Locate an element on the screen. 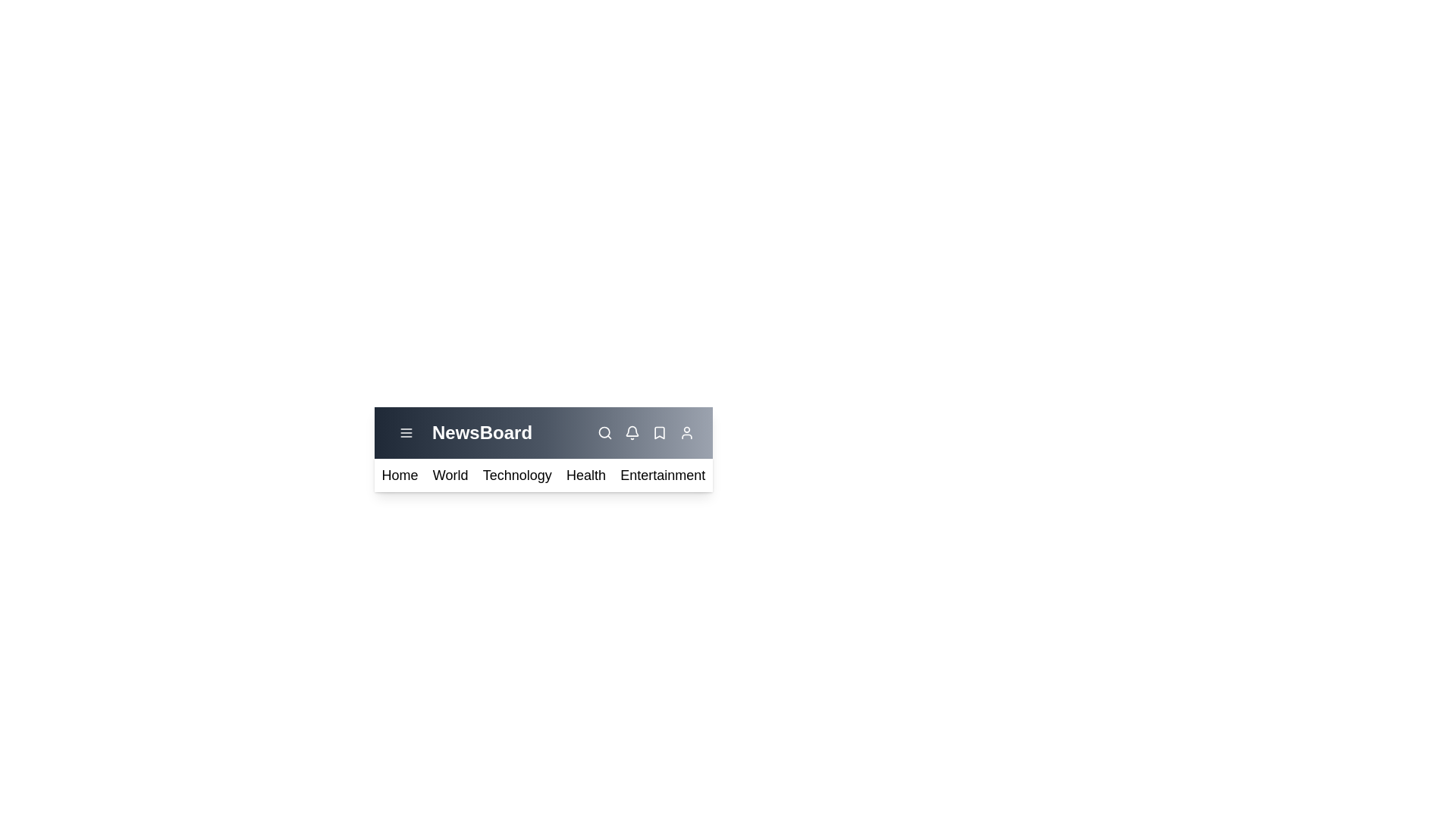 This screenshot has width=1456, height=819. the search icon in the NewsAppBar component is located at coordinates (604, 432).